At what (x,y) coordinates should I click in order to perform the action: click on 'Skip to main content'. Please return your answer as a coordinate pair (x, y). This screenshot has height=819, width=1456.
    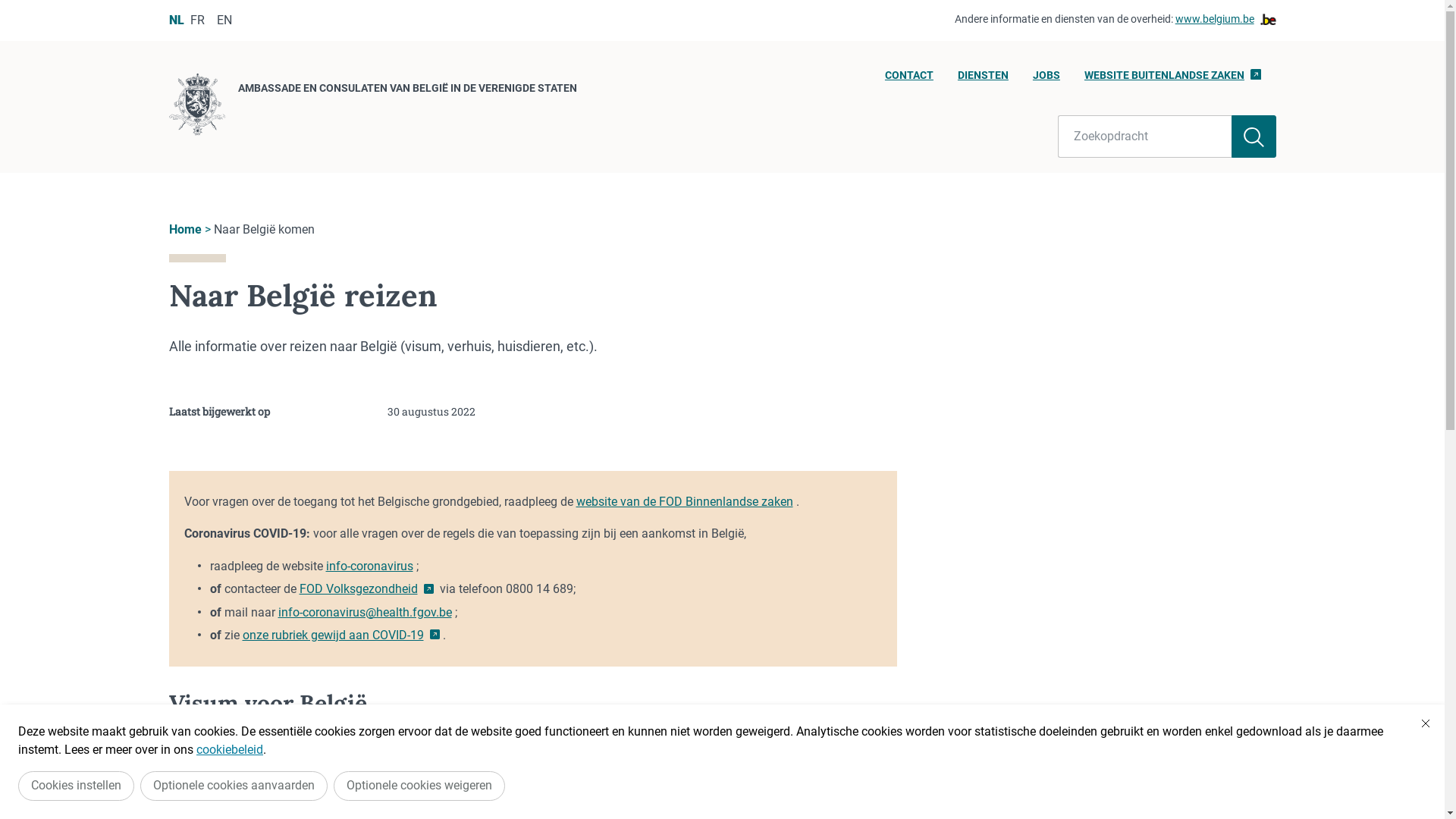
    Looking at the image, I should click on (7, 5).